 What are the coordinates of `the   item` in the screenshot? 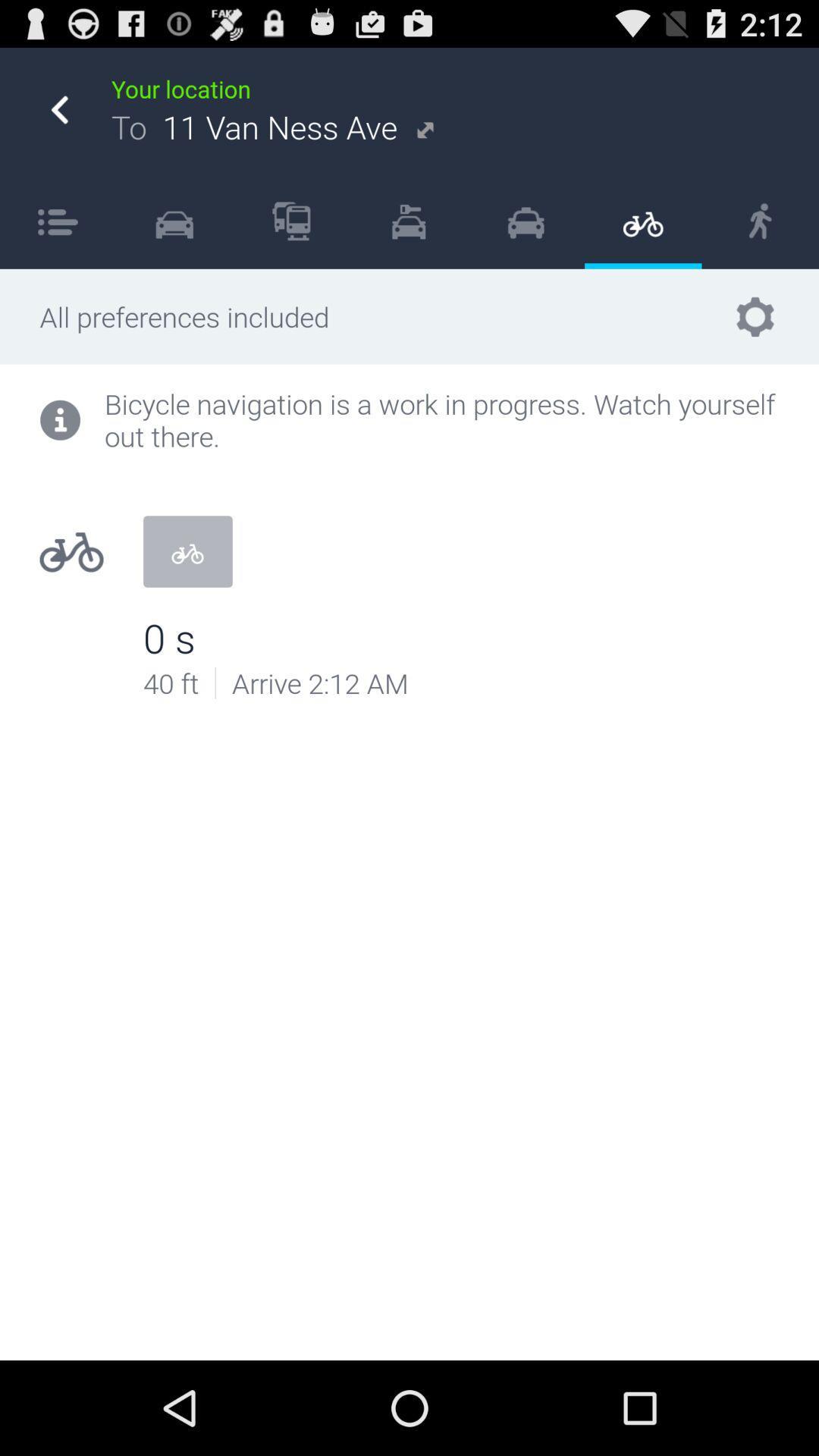 It's located at (525, 220).